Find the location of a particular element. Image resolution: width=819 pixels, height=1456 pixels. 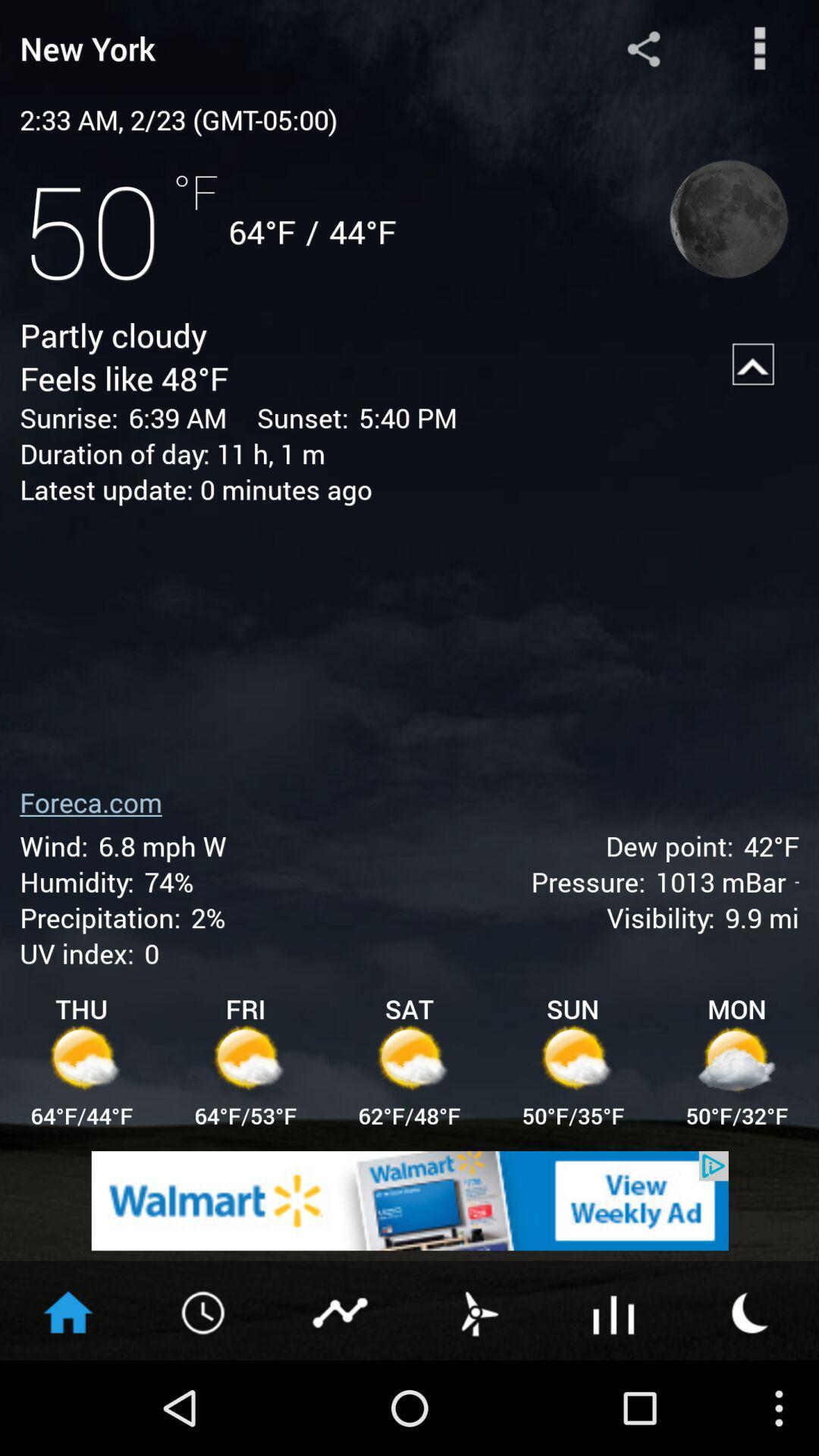

advertising bar is located at coordinates (409, 1200).